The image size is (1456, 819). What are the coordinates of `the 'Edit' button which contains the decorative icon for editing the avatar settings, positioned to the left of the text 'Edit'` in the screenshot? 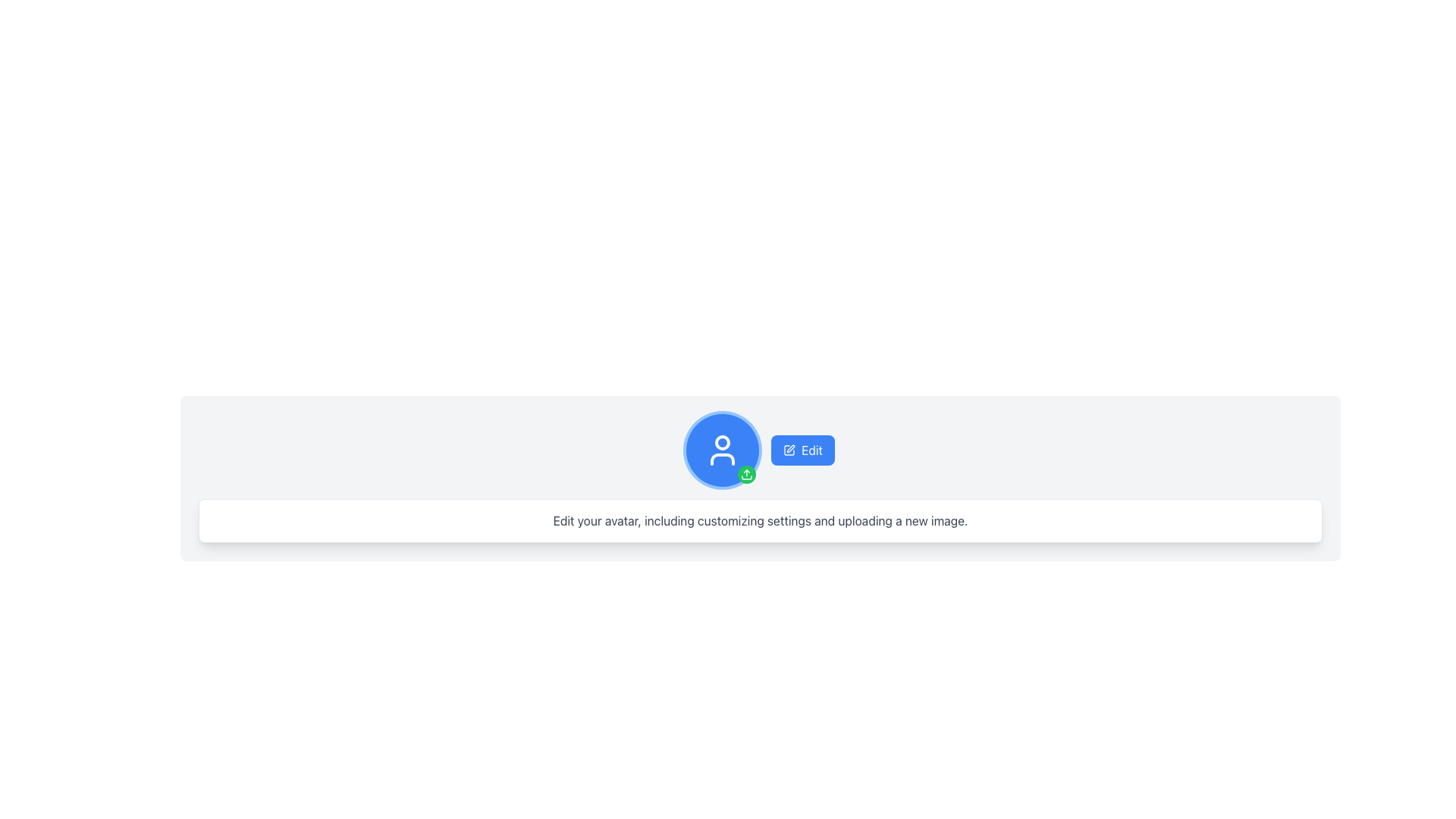 It's located at (789, 450).